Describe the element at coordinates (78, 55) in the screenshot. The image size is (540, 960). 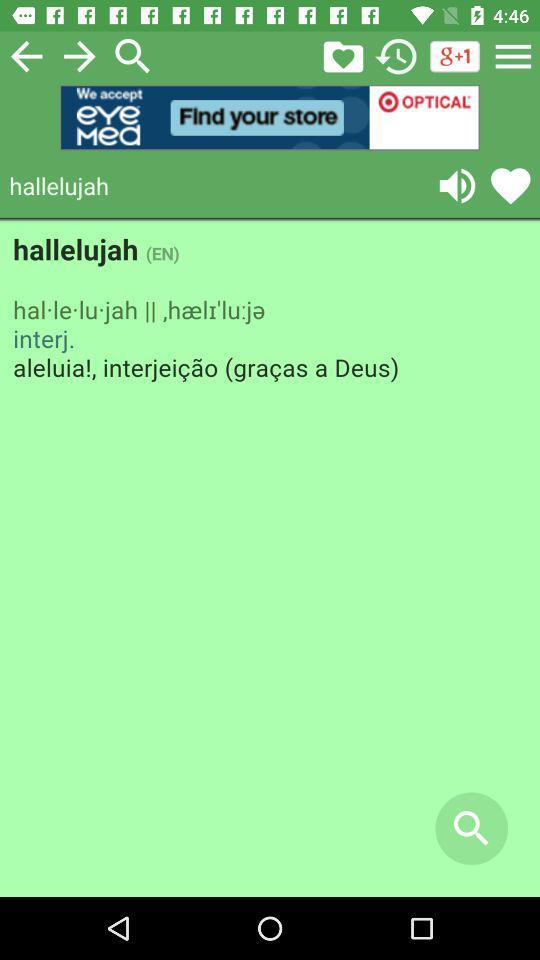
I see `the arrow_forward icon` at that location.